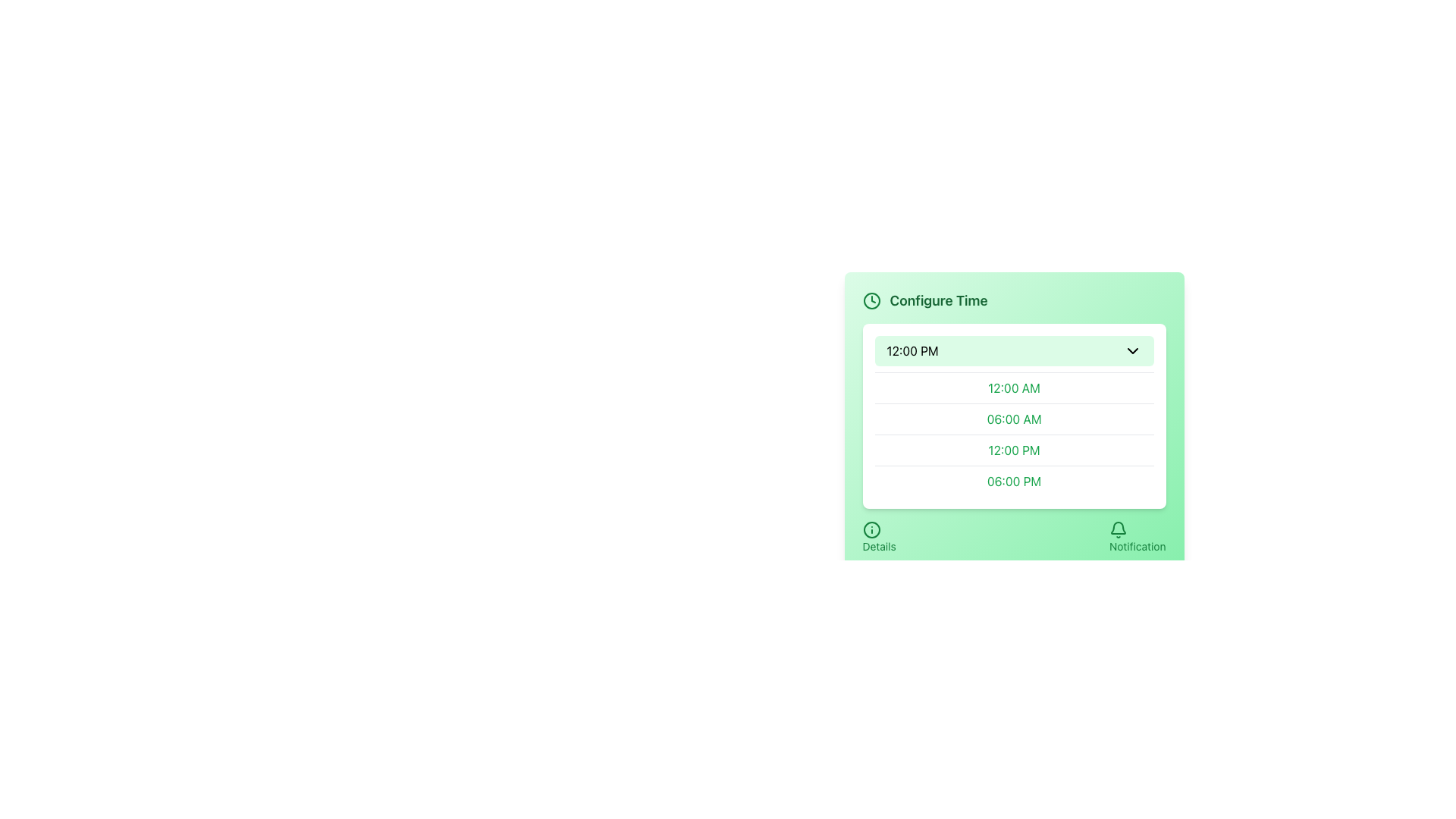 This screenshot has width=1456, height=819. Describe the element at coordinates (1014, 350) in the screenshot. I see `the dropdown toggle control labeled '12:00 PM'` at that location.